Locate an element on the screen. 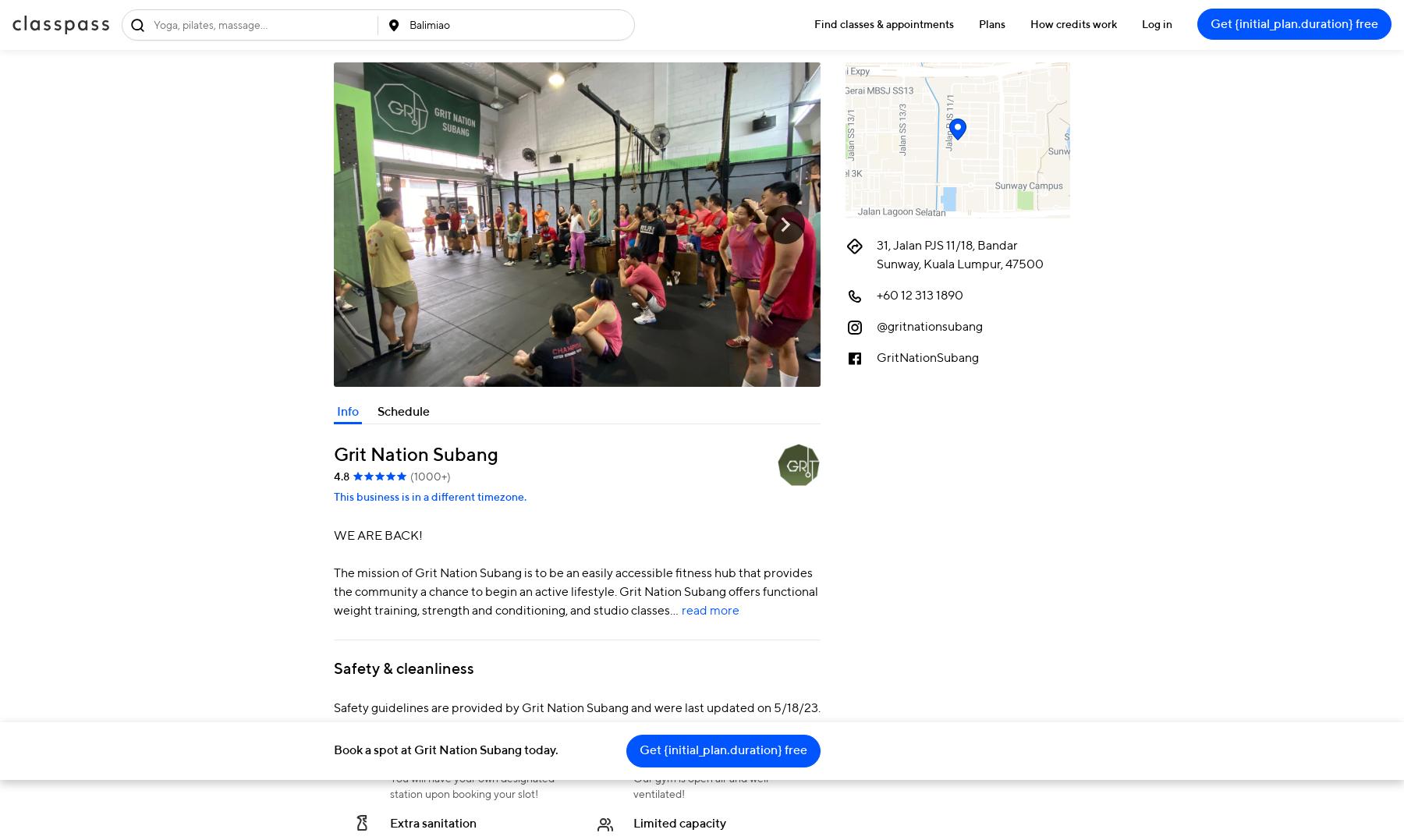 This screenshot has width=1404, height=840. 'Safety & cleanliness' is located at coordinates (403, 668).